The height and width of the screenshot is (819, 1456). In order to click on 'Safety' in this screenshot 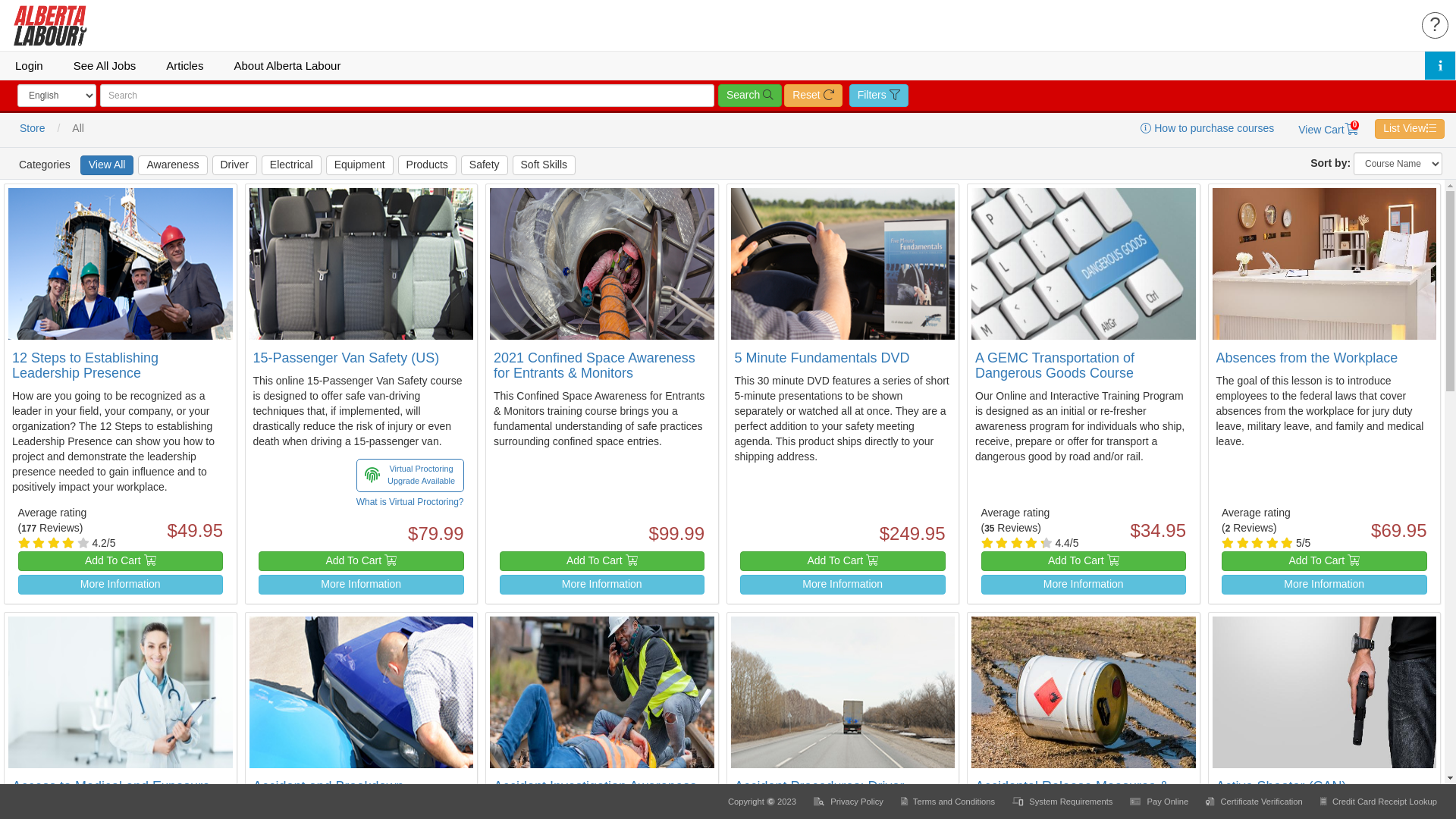, I will do `click(483, 165)`.